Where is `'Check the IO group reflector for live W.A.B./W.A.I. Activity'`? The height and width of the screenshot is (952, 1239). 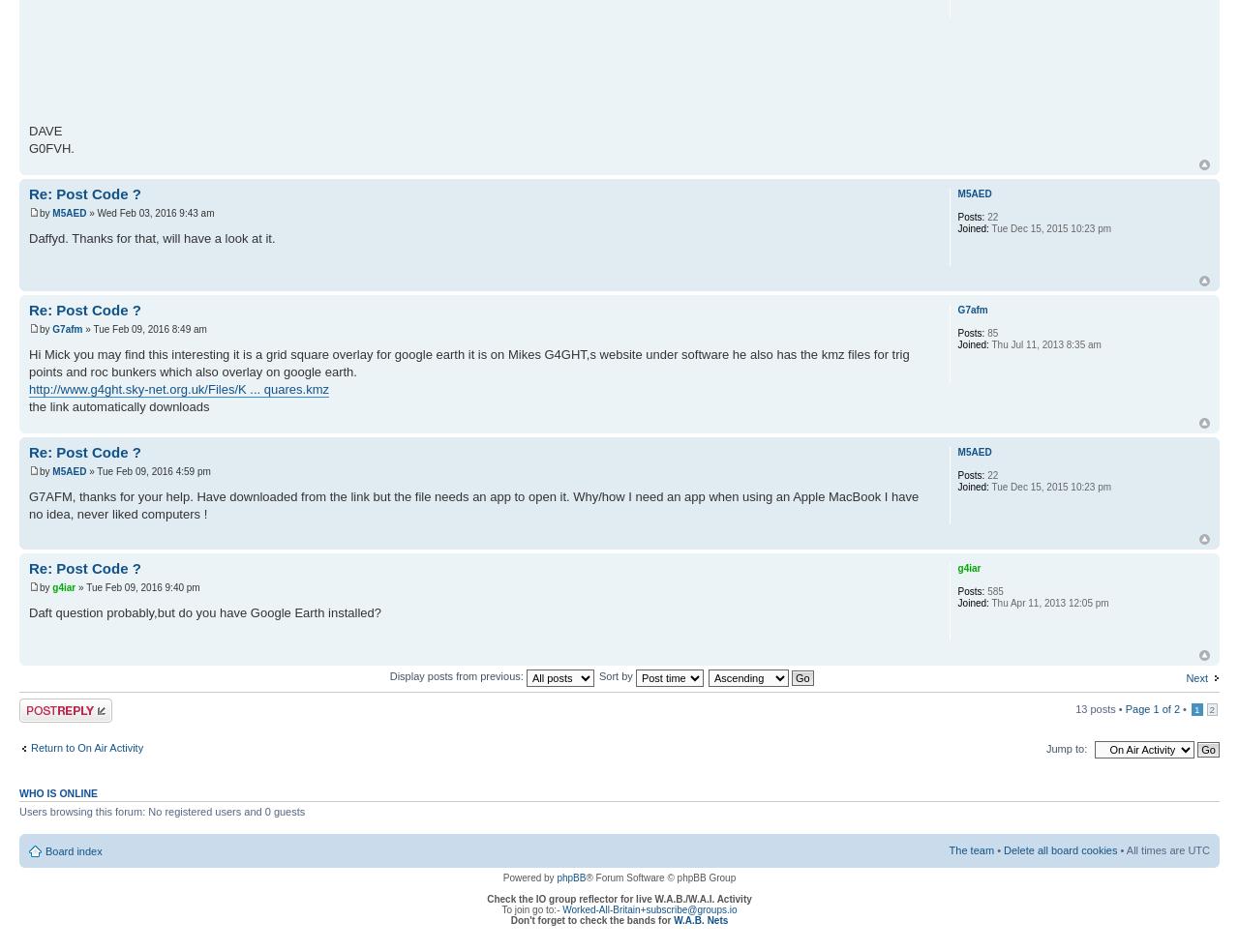 'Check the IO group reflector for live W.A.B./W.A.I. Activity' is located at coordinates (618, 899).